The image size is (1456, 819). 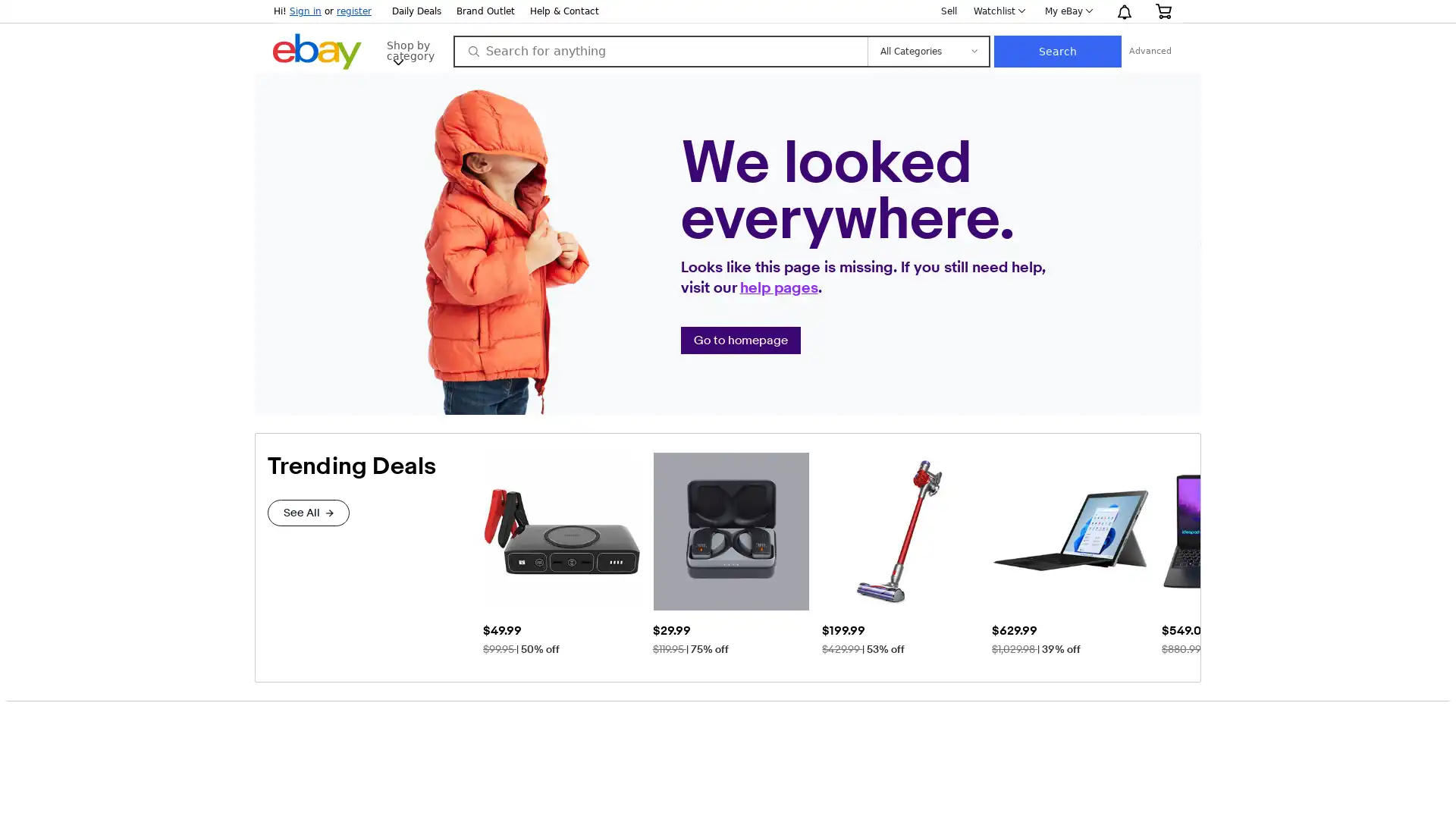 I want to click on Previous Slide, so click(x=494, y=553).